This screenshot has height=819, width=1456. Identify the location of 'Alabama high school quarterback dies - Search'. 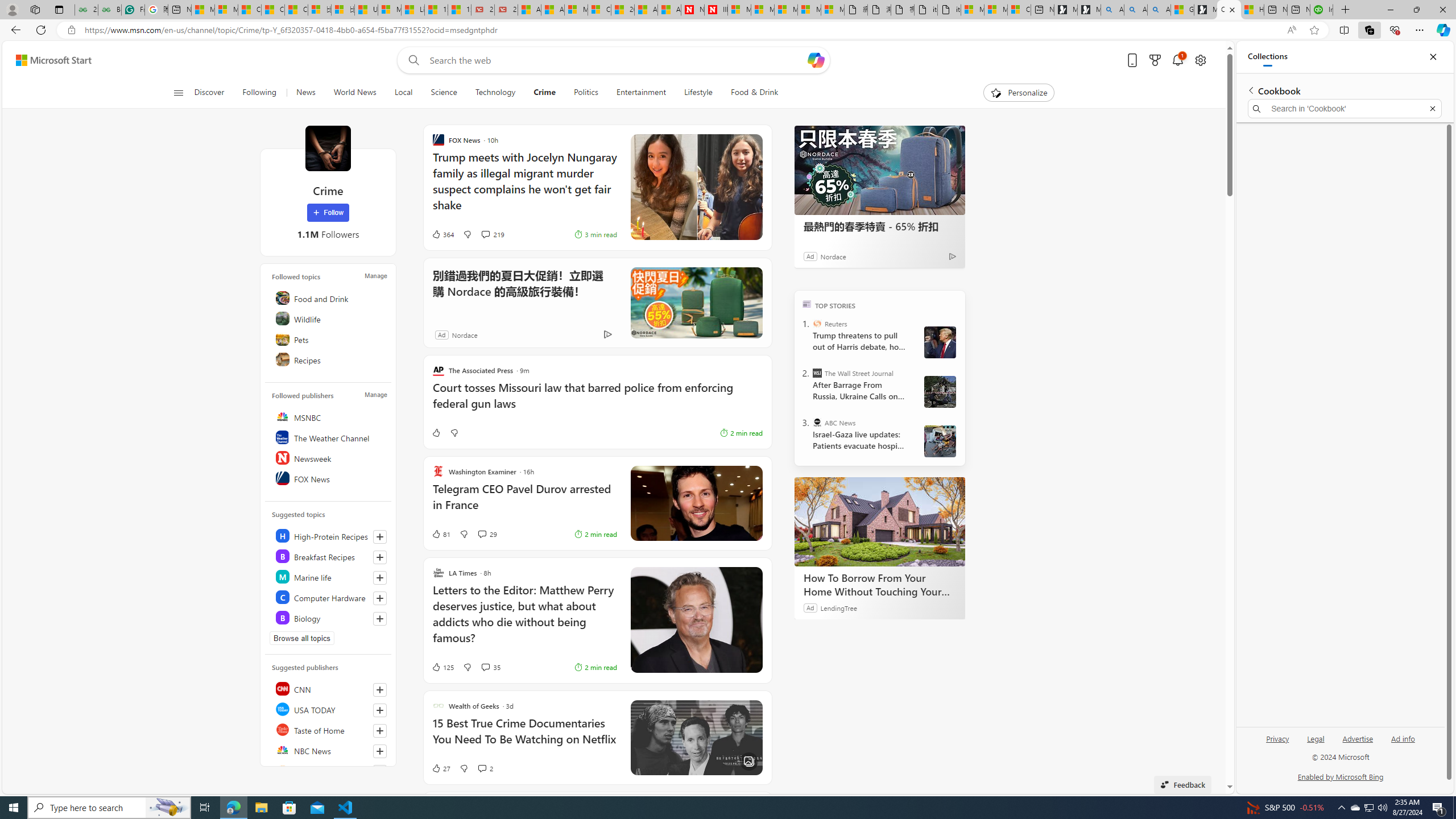
(1111, 9).